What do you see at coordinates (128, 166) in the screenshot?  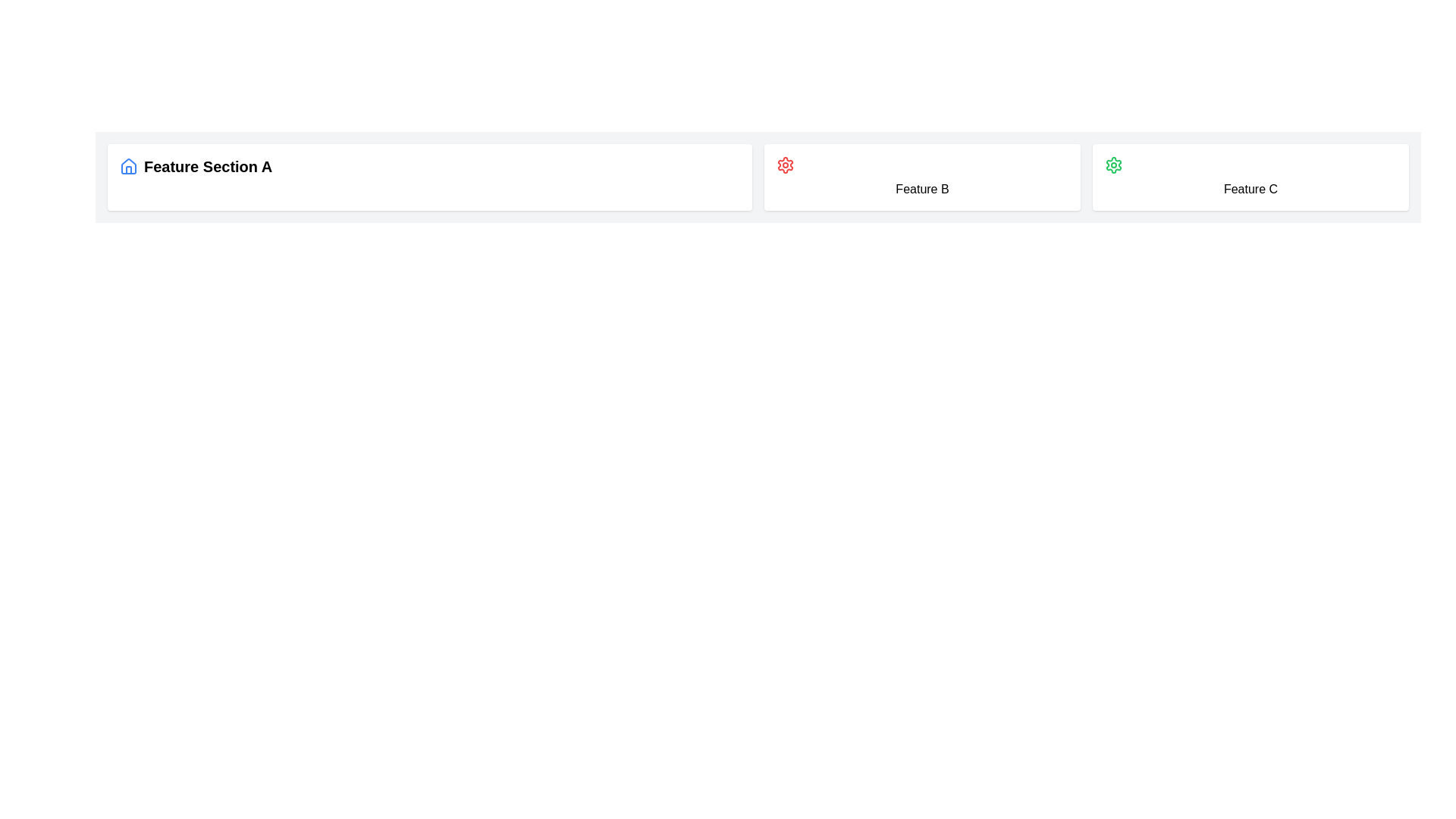 I see `the icon representing 'Feature Section A'` at bounding box center [128, 166].